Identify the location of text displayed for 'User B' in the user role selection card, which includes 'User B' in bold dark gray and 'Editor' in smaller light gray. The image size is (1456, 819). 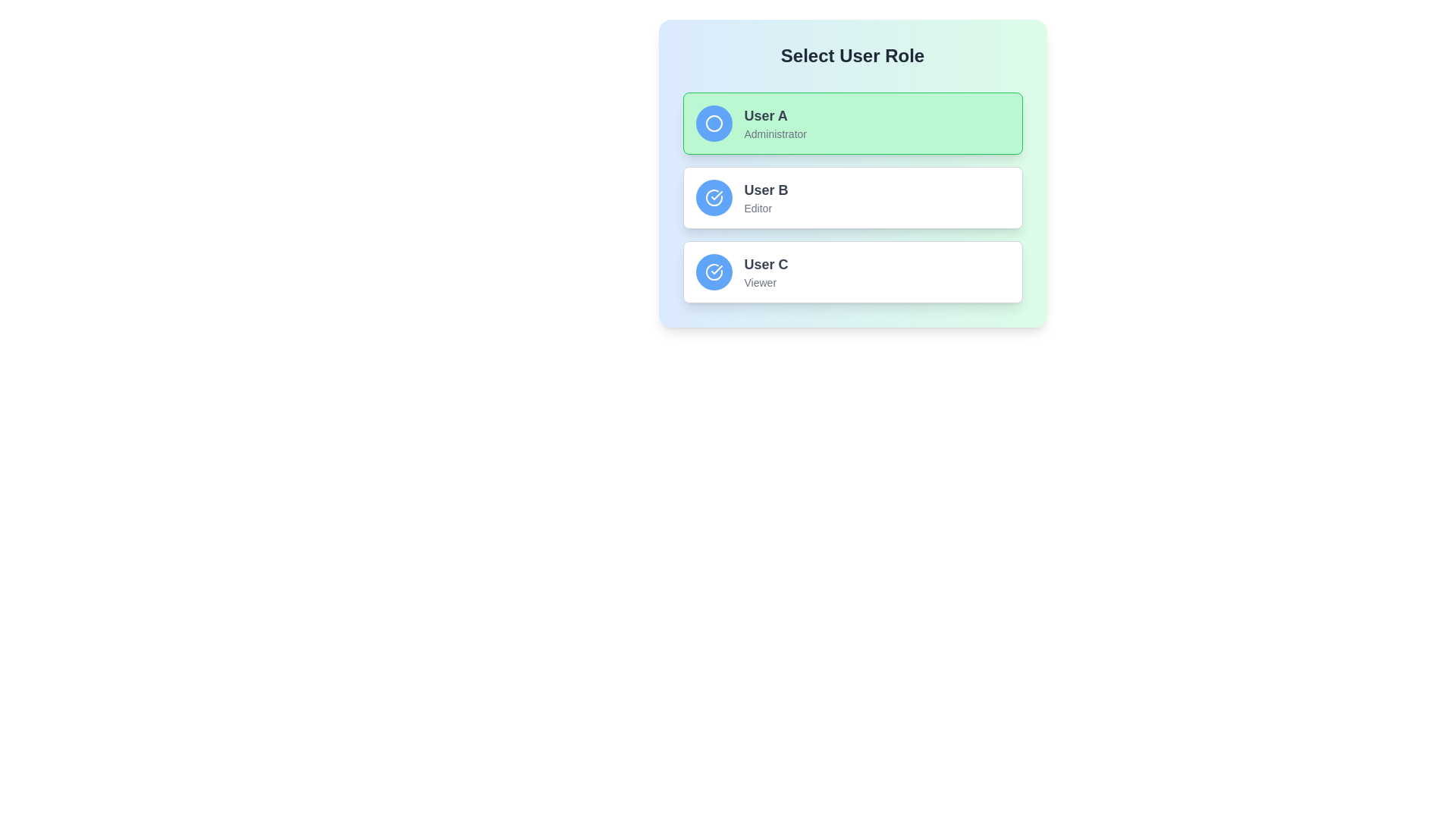
(766, 197).